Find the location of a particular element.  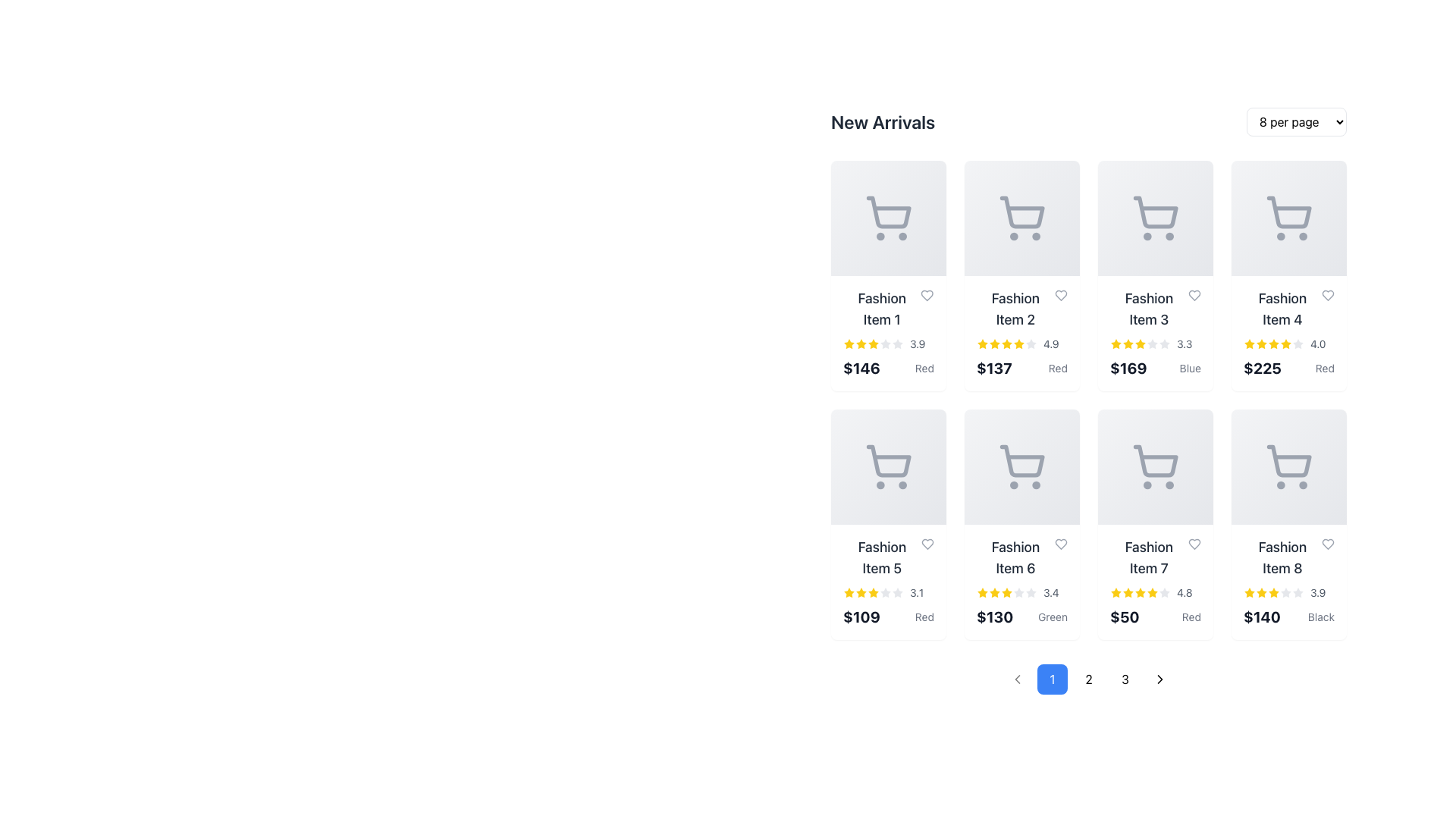

the circular blue button with the white text '1' in the pagination bar at the bottom center of the interface is located at coordinates (1051, 678).